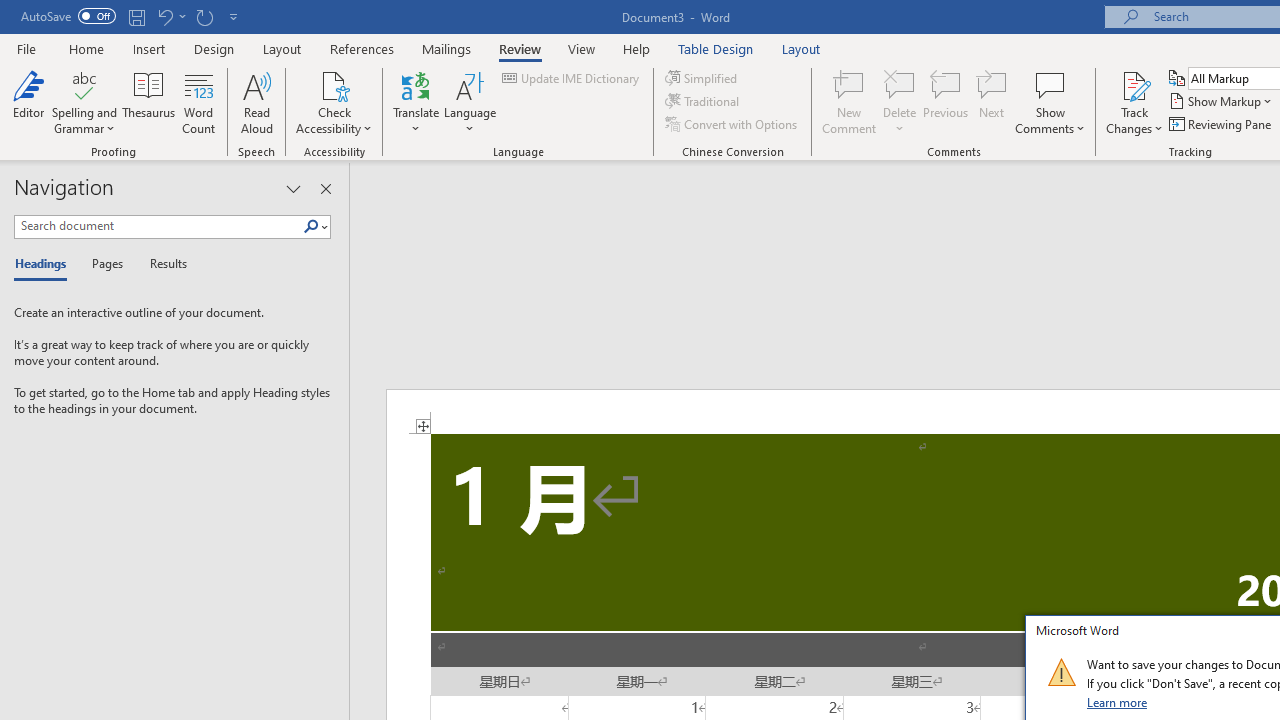 The height and width of the screenshot is (720, 1280). What do you see at coordinates (214, 48) in the screenshot?
I see `'Design'` at bounding box center [214, 48].